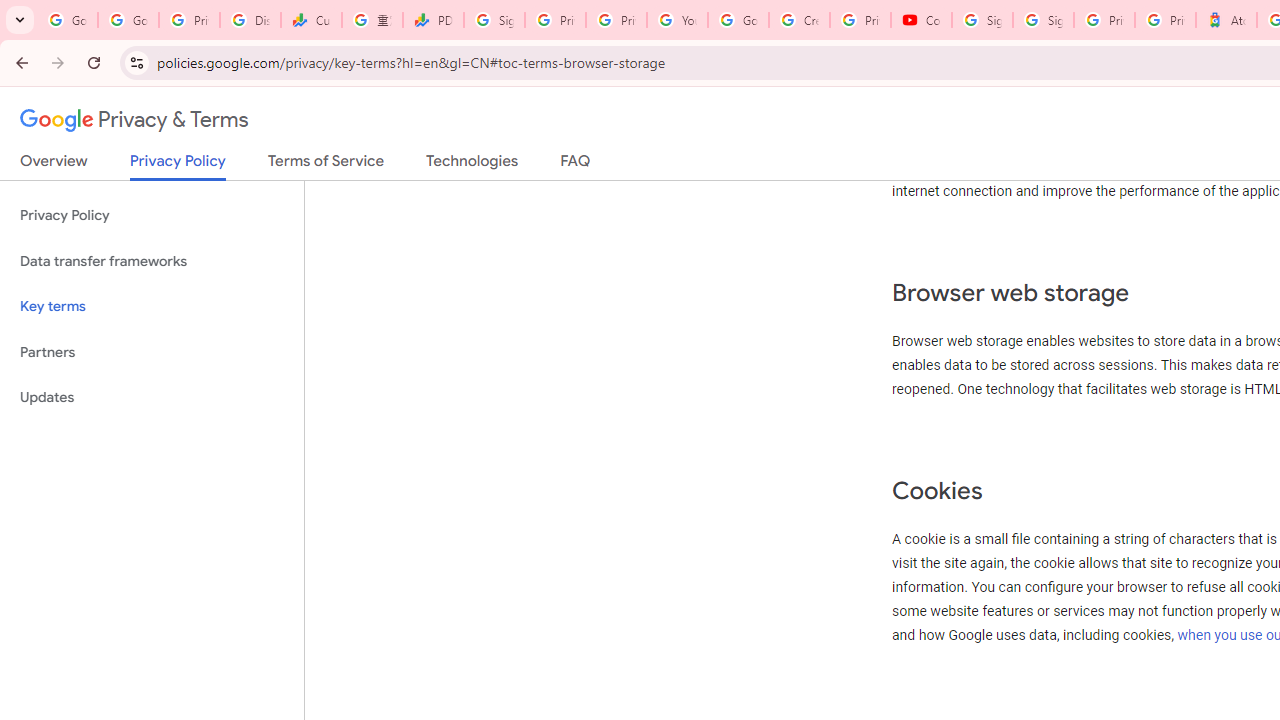  I want to click on 'Google Account Help', so click(737, 20).